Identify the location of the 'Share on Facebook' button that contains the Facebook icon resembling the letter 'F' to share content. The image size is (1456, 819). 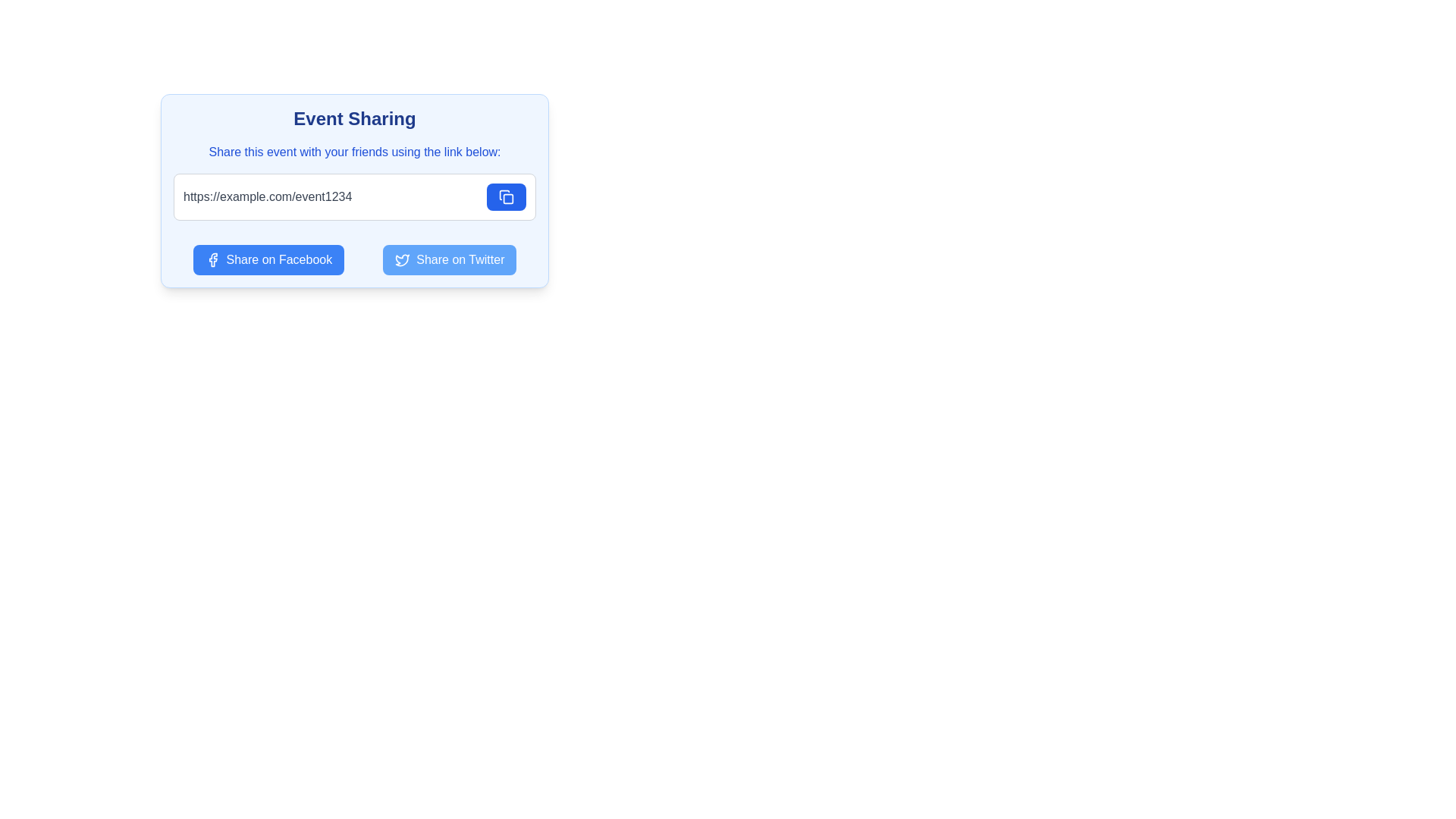
(212, 259).